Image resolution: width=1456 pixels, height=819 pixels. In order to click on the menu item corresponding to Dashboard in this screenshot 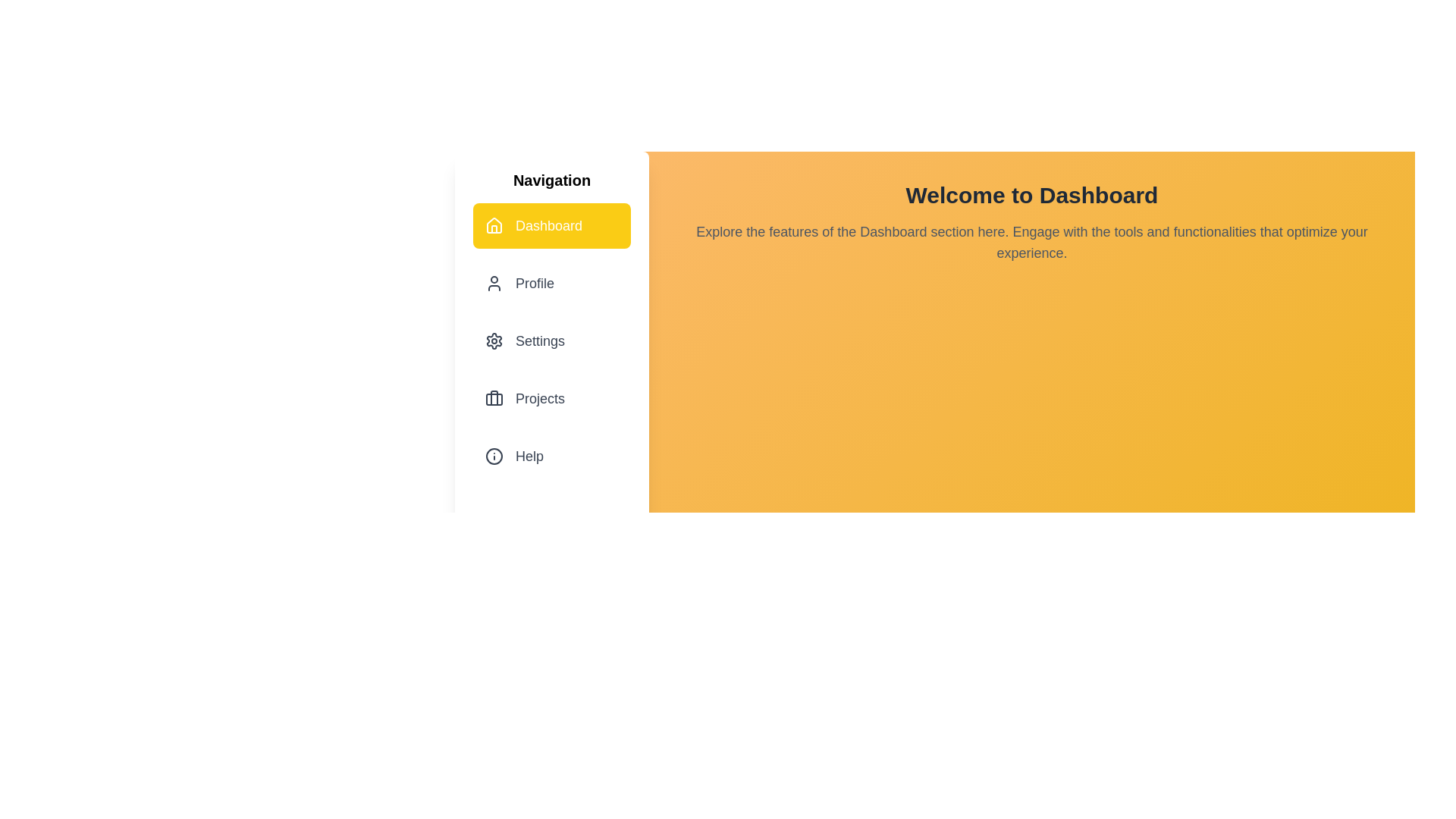, I will do `click(551, 225)`.